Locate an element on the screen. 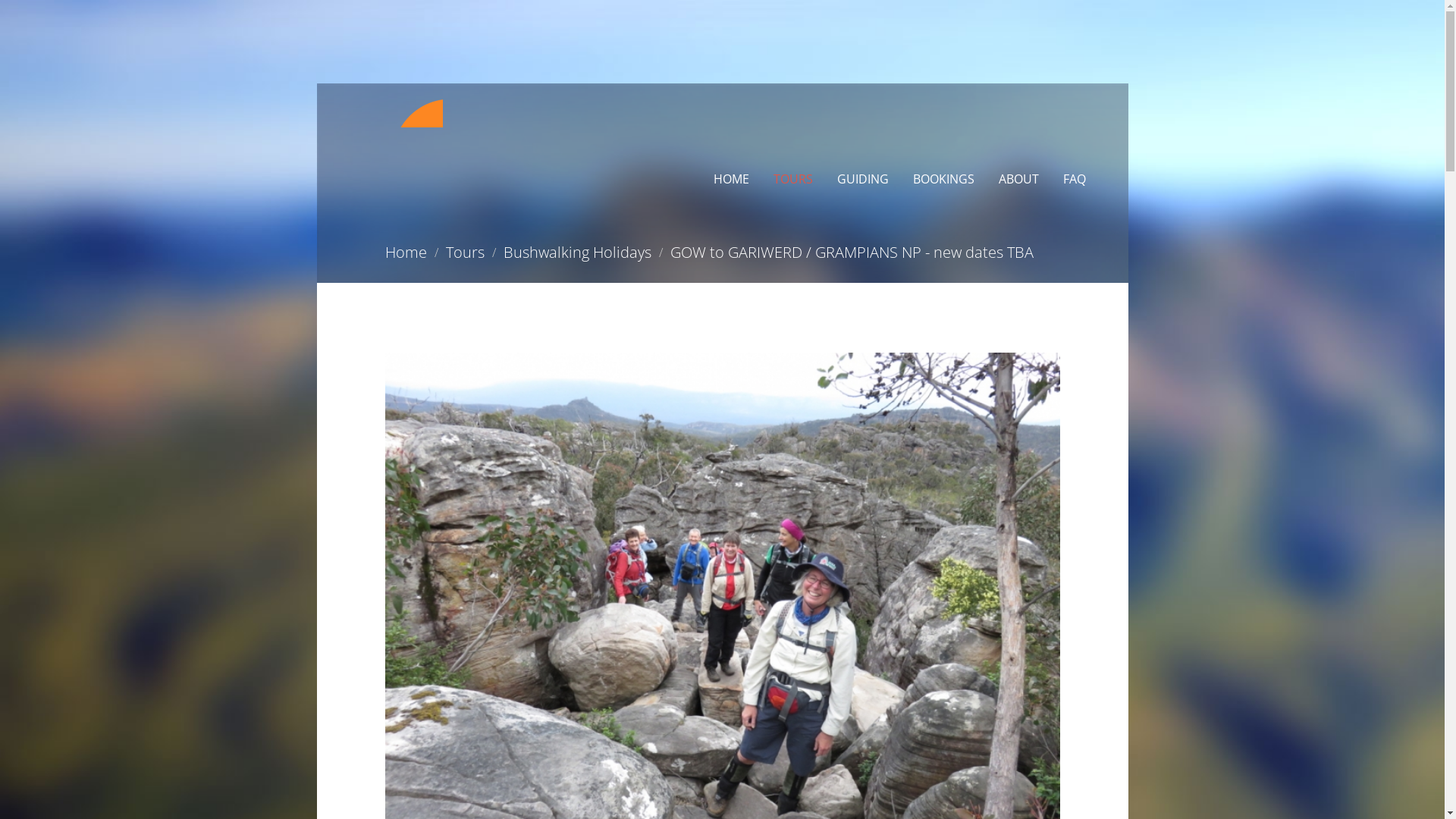 This screenshot has width=1456, height=819. 'FAQ' is located at coordinates (1073, 177).